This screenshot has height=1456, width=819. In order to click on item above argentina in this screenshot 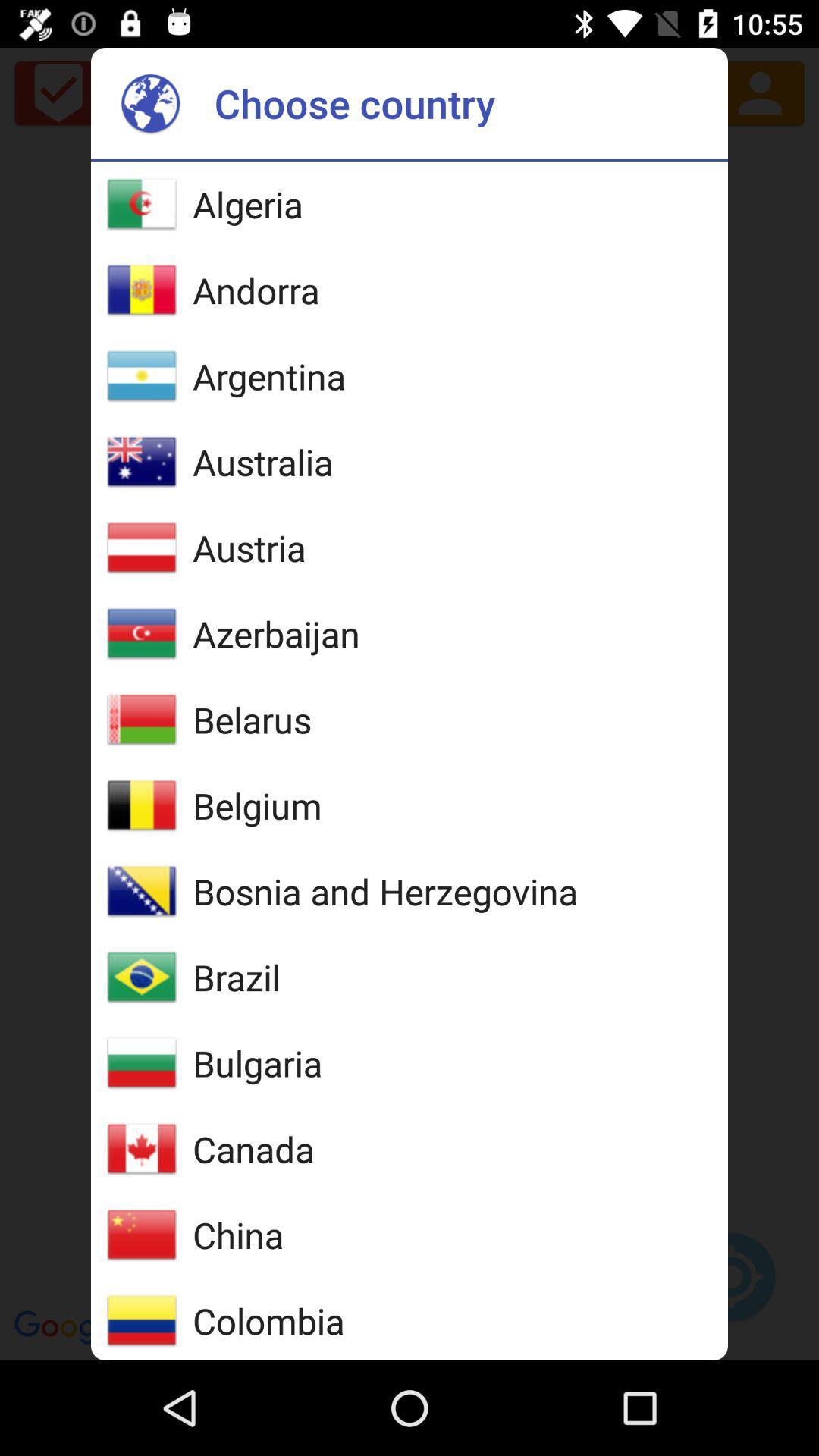, I will do `click(255, 290)`.